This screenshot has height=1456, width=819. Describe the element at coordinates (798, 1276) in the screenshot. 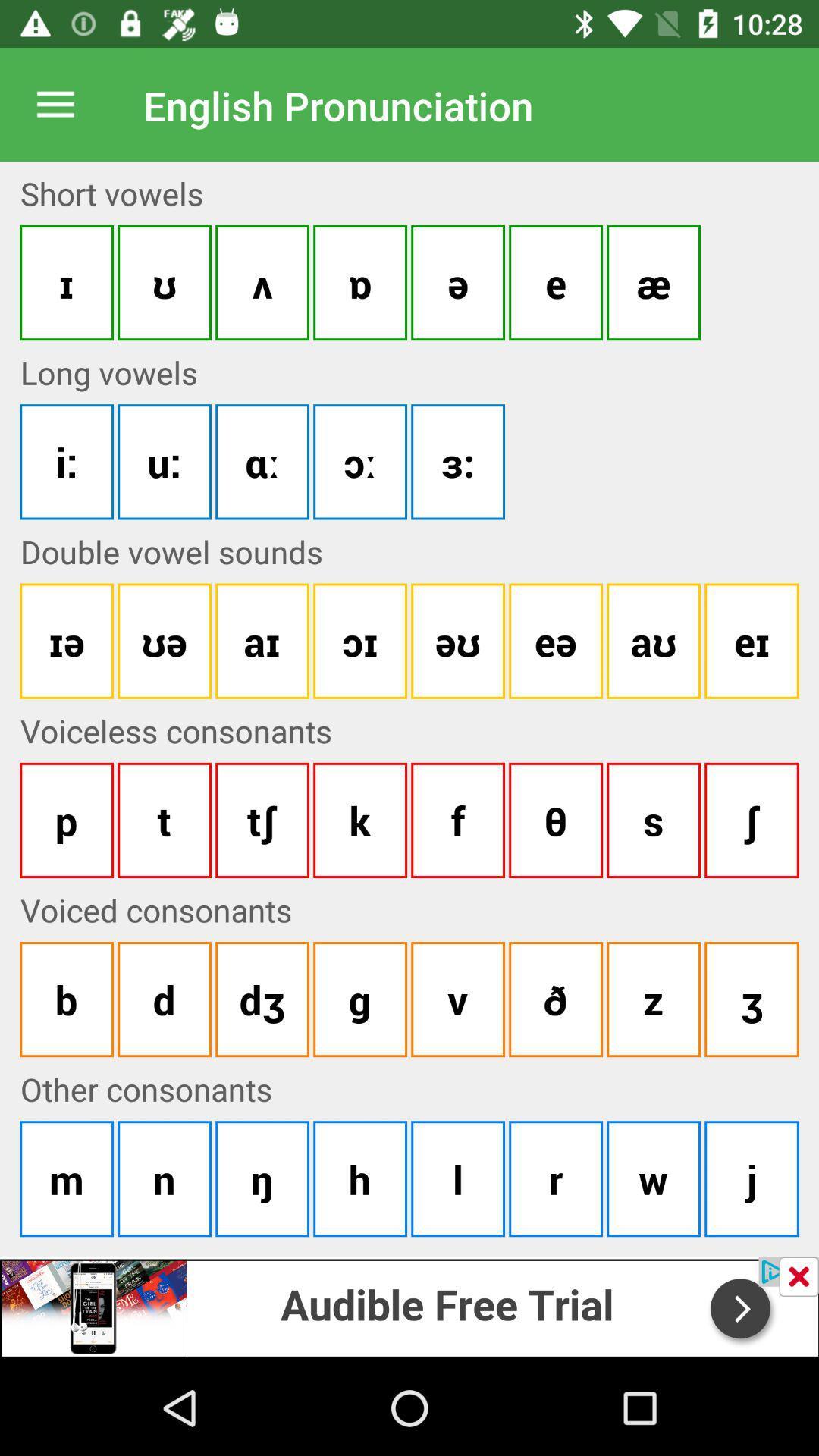

I see `go back` at that location.